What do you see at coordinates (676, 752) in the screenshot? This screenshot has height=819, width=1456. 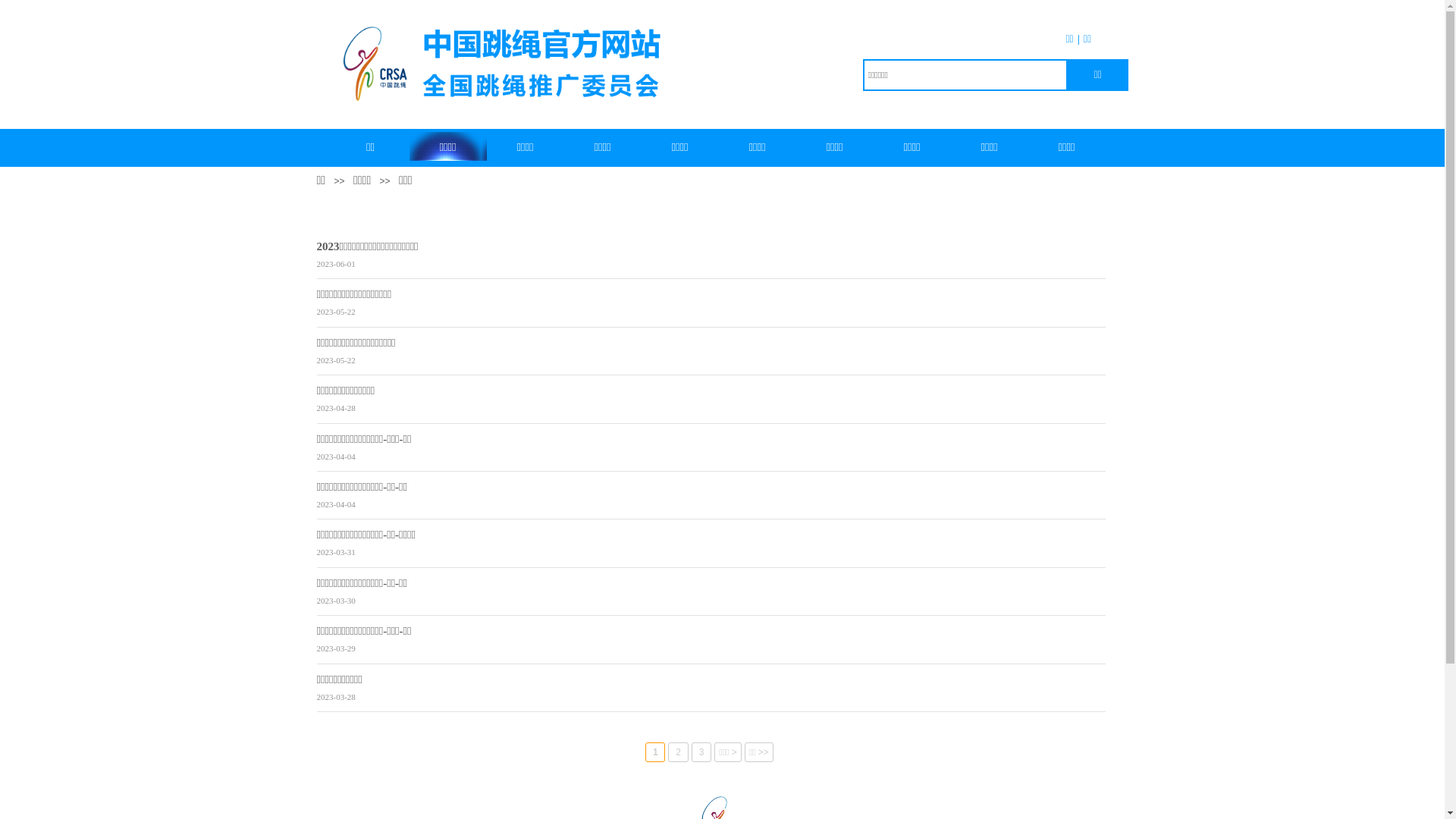 I see `'2'` at bounding box center [676, 752].